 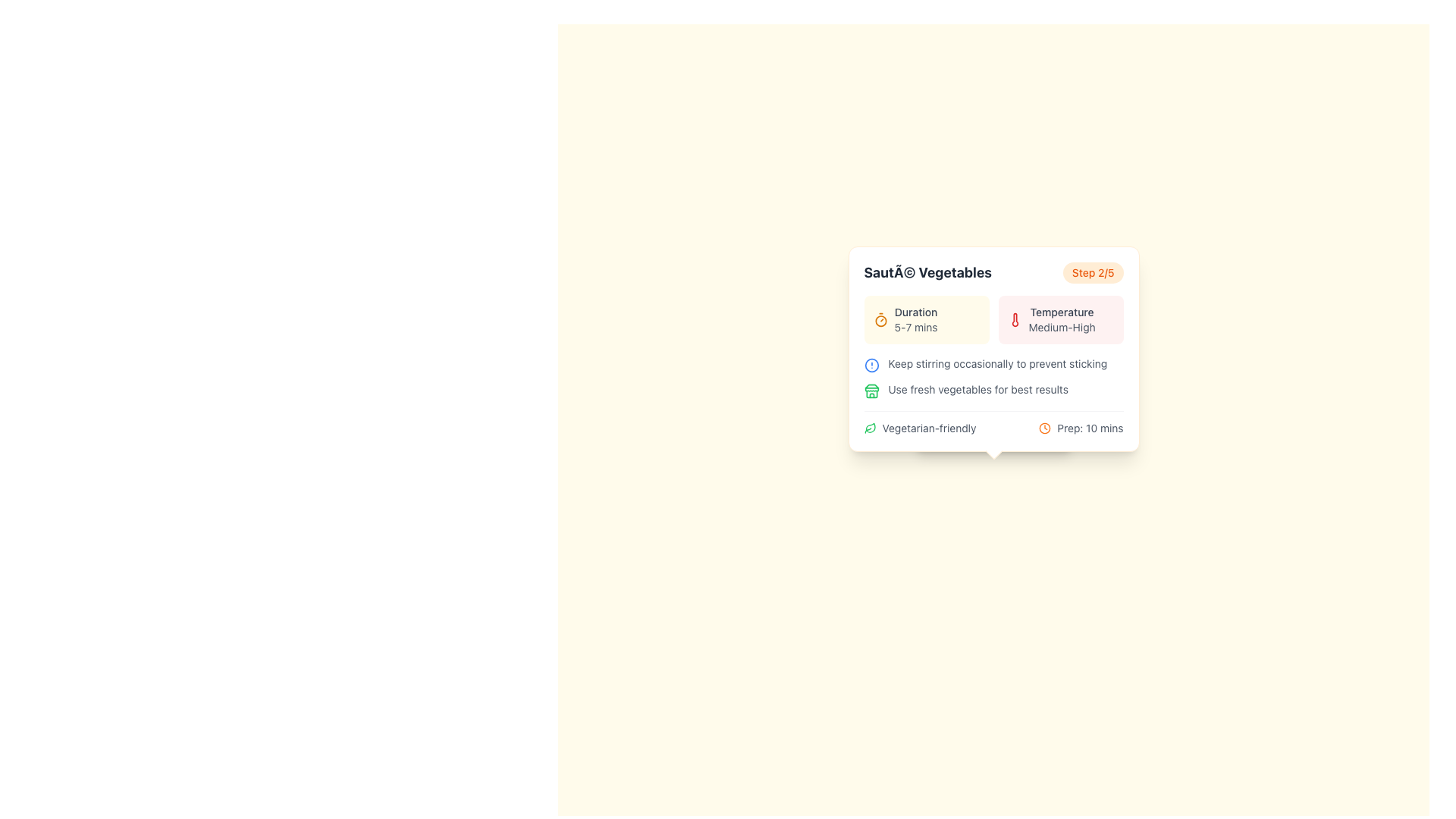 I want to click on the vegetarian-friendly icon located in the middle of the chef's hat icon at the bottom-left corner of the cooking steps card, so click(x=937, y=433).